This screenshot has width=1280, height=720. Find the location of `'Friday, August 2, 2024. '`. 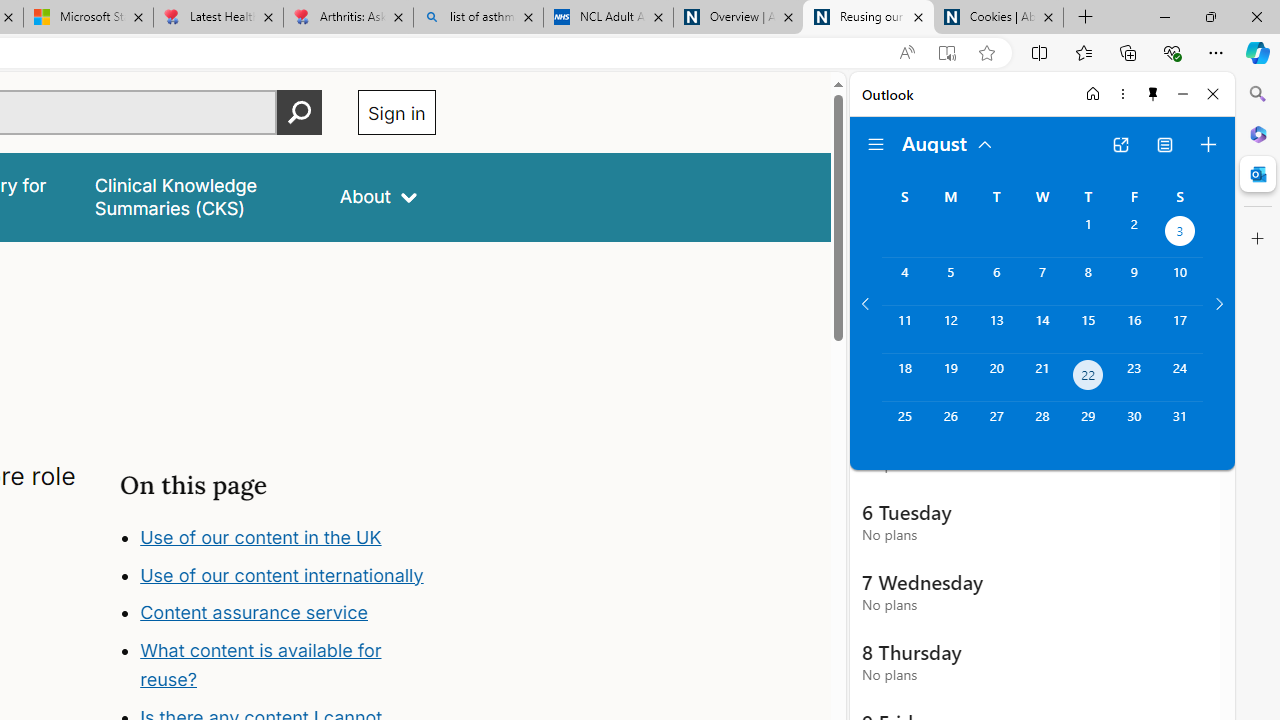

'Friday, August 2, 2024. ' is located at coordinates (1134, 232).